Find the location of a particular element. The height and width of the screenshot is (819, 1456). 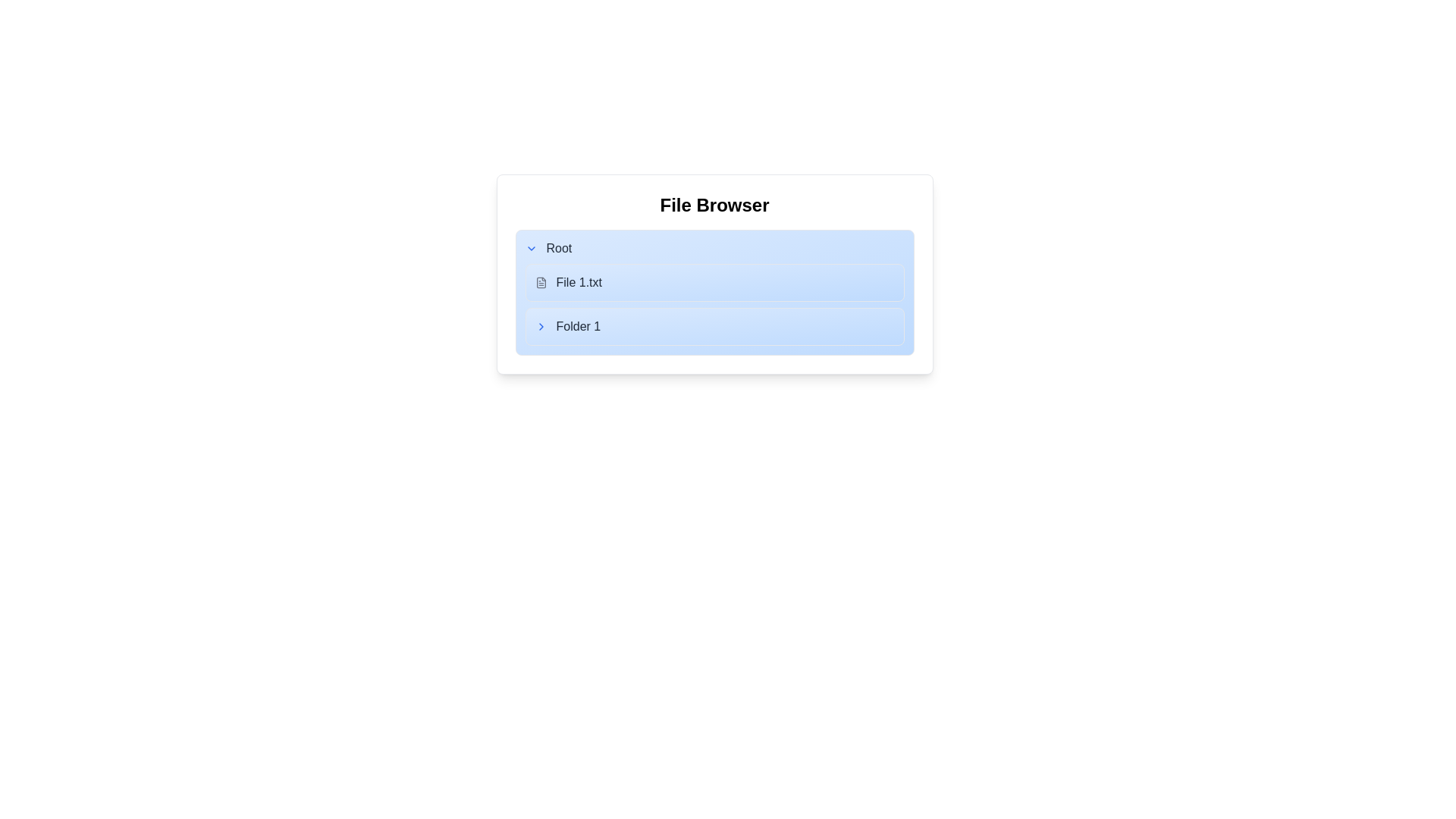

the text label for 'File 1.txt' located in the leftmost column of the file browser, just above 'Folder 1' is located at coordinates (567, 283).